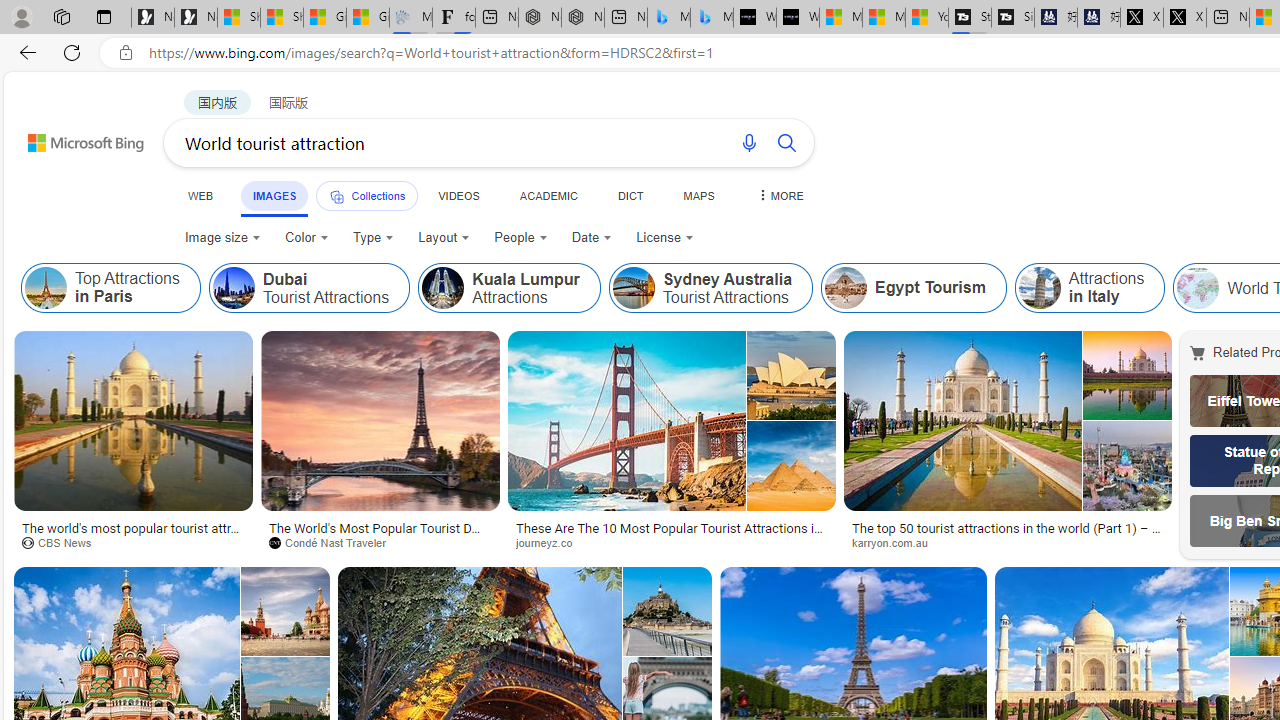 This screenshot has width=1280, height=720. I want to click on 'Microsoft Bing Travel - Stays in Bangkok, Bangkok, Thailand', so click(668, 17).